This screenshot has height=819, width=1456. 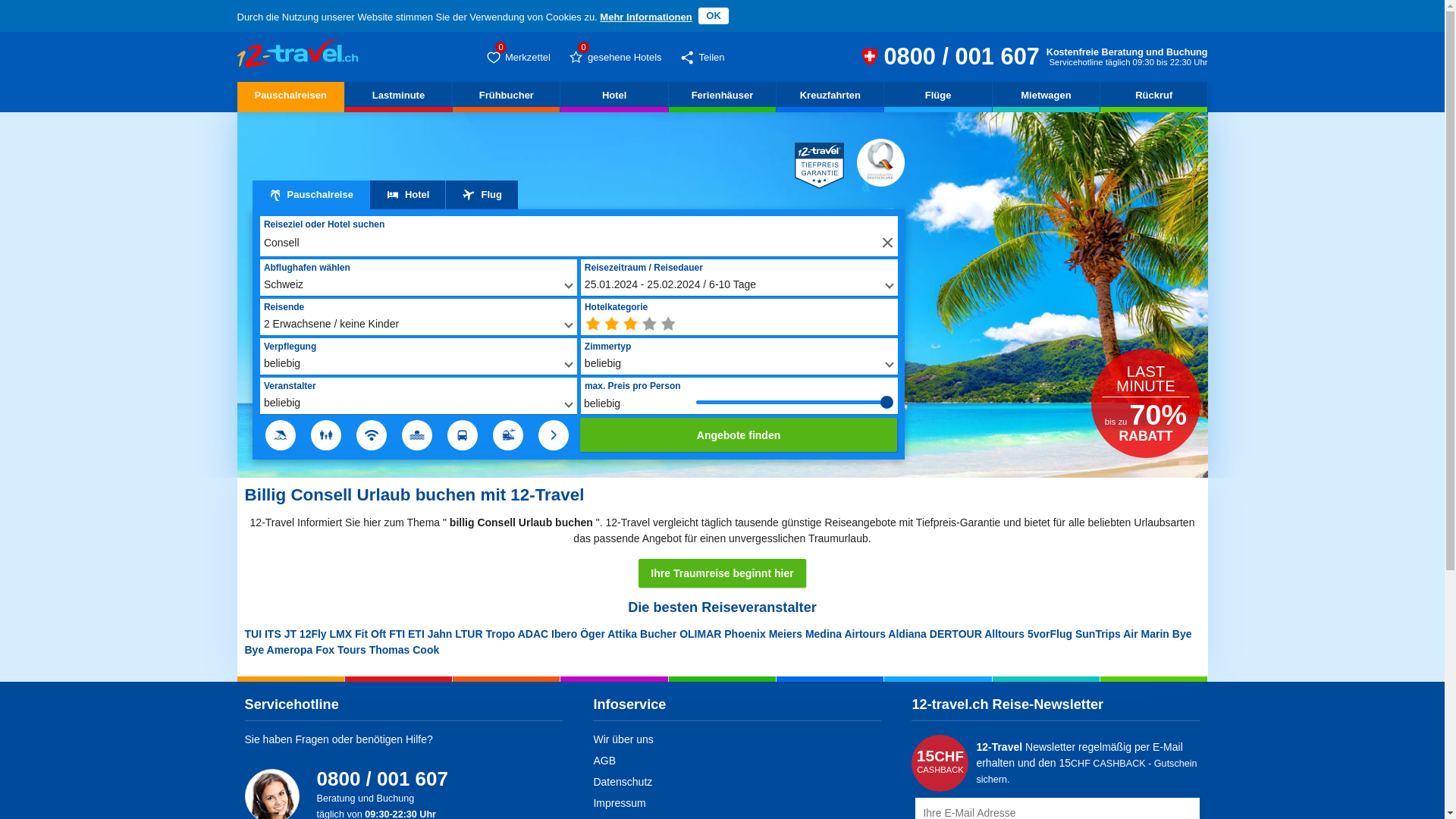 I want to click on 'min. 4 Sterne', so click(x=640, y=325).